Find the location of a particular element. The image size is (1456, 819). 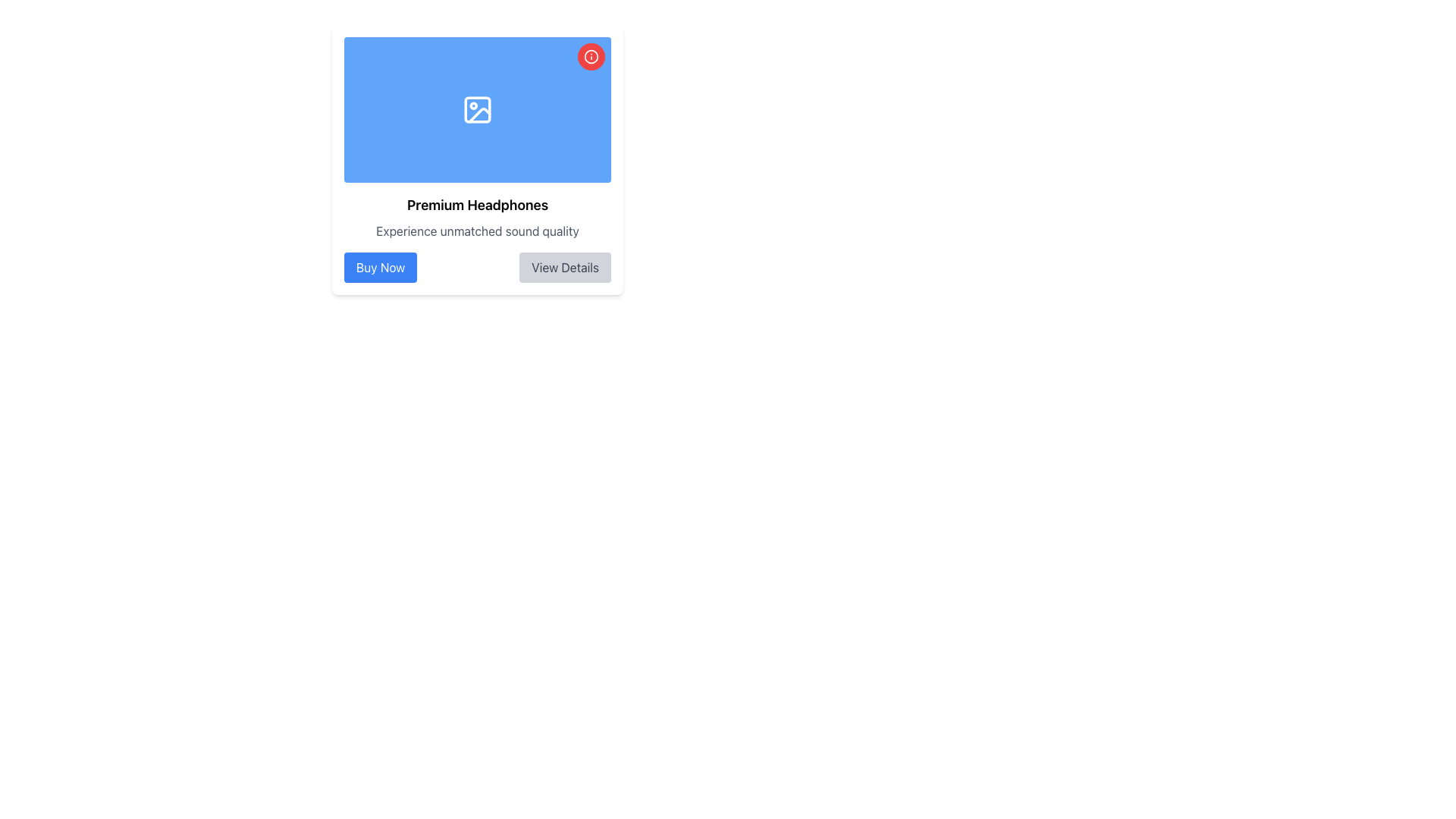

the text block that introduces and describes the premium headphones is located at coordinates (476, 217).